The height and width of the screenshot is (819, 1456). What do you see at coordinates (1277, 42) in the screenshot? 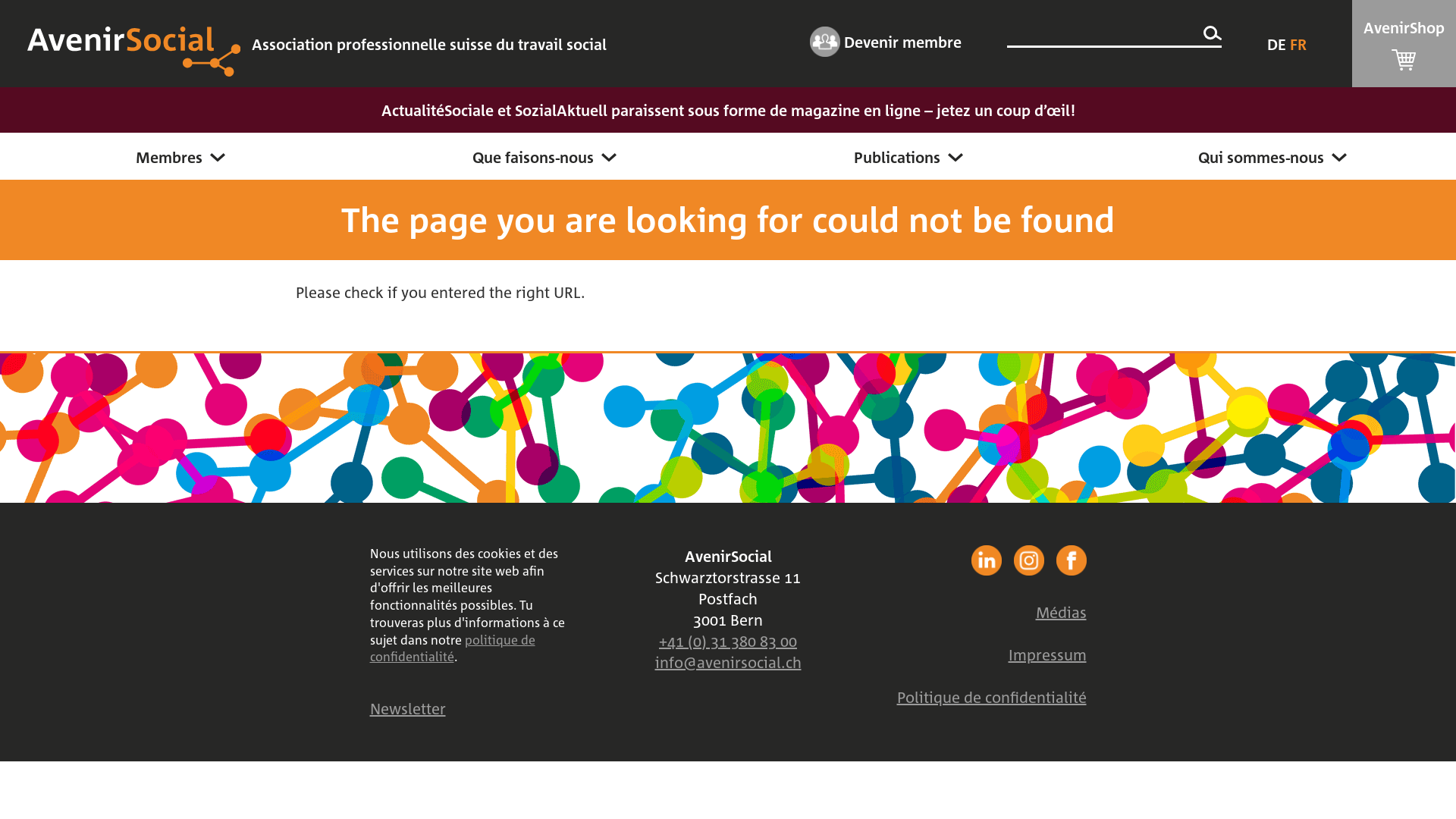
I see `'DE'` at bounding box center [1277, 42].